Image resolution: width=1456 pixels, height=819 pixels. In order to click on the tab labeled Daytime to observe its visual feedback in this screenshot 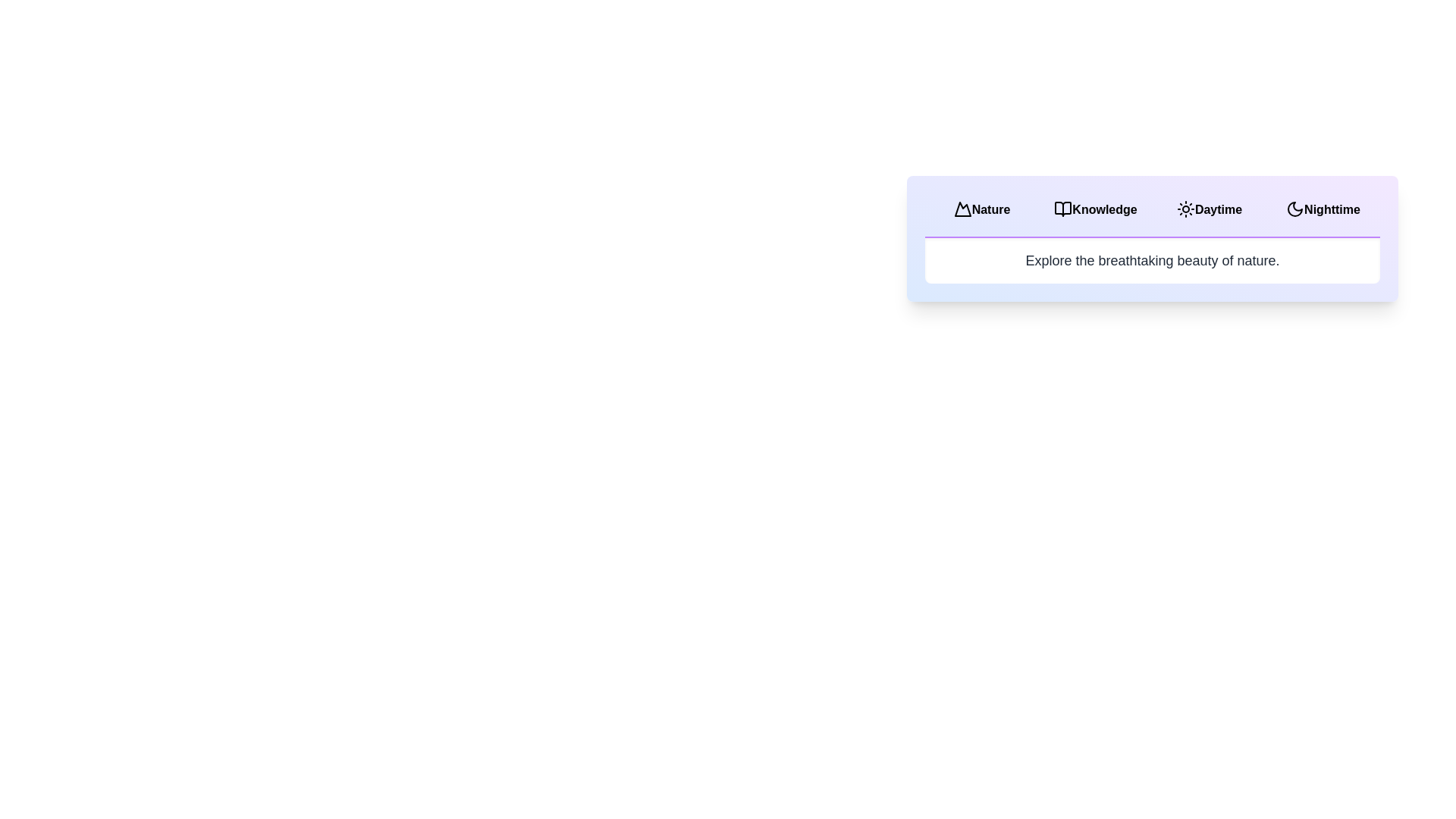, I will do `click(1208, 210)`.